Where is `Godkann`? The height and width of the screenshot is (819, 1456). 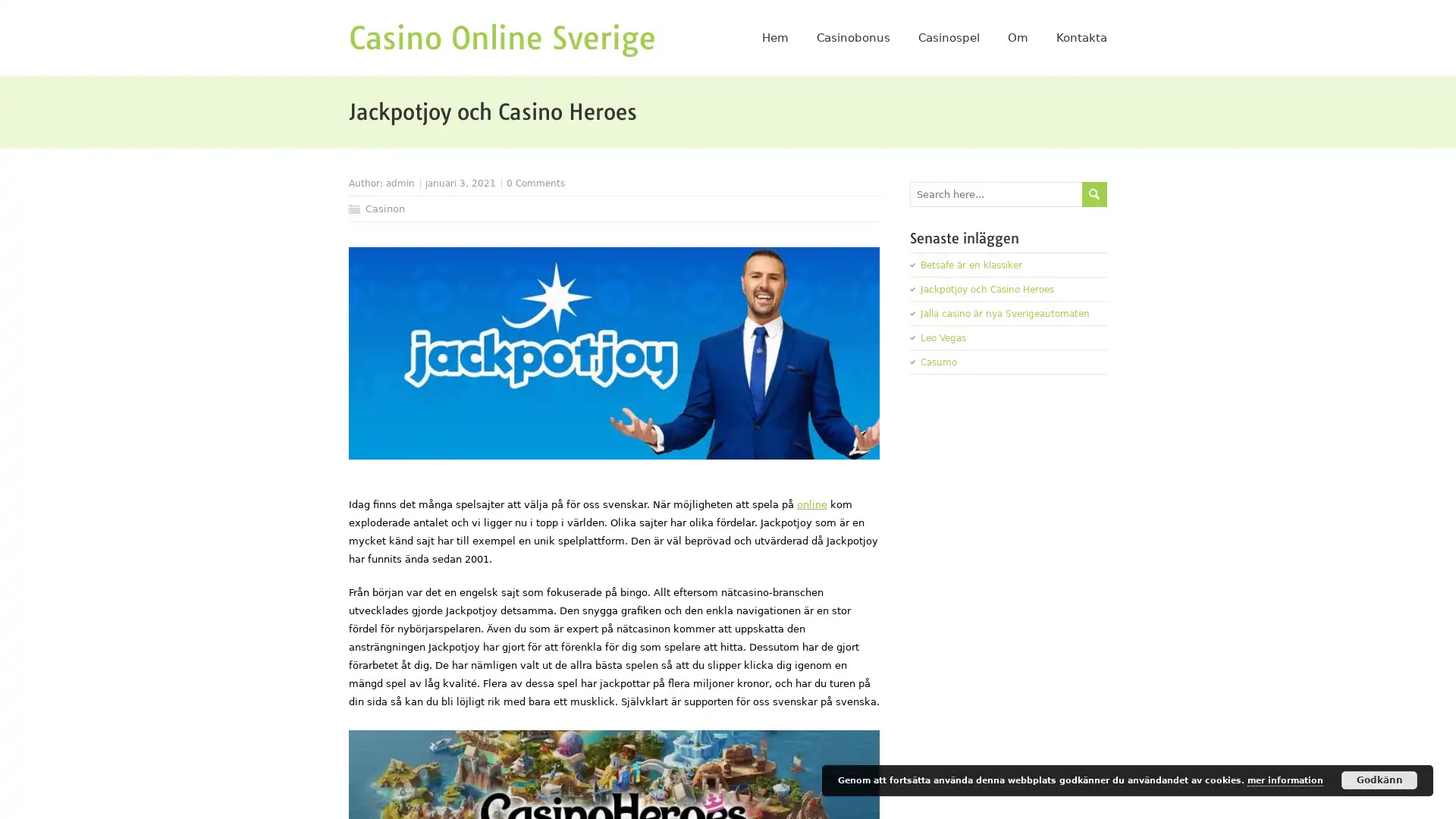
Godkann is located at coordinates (1379, 780).